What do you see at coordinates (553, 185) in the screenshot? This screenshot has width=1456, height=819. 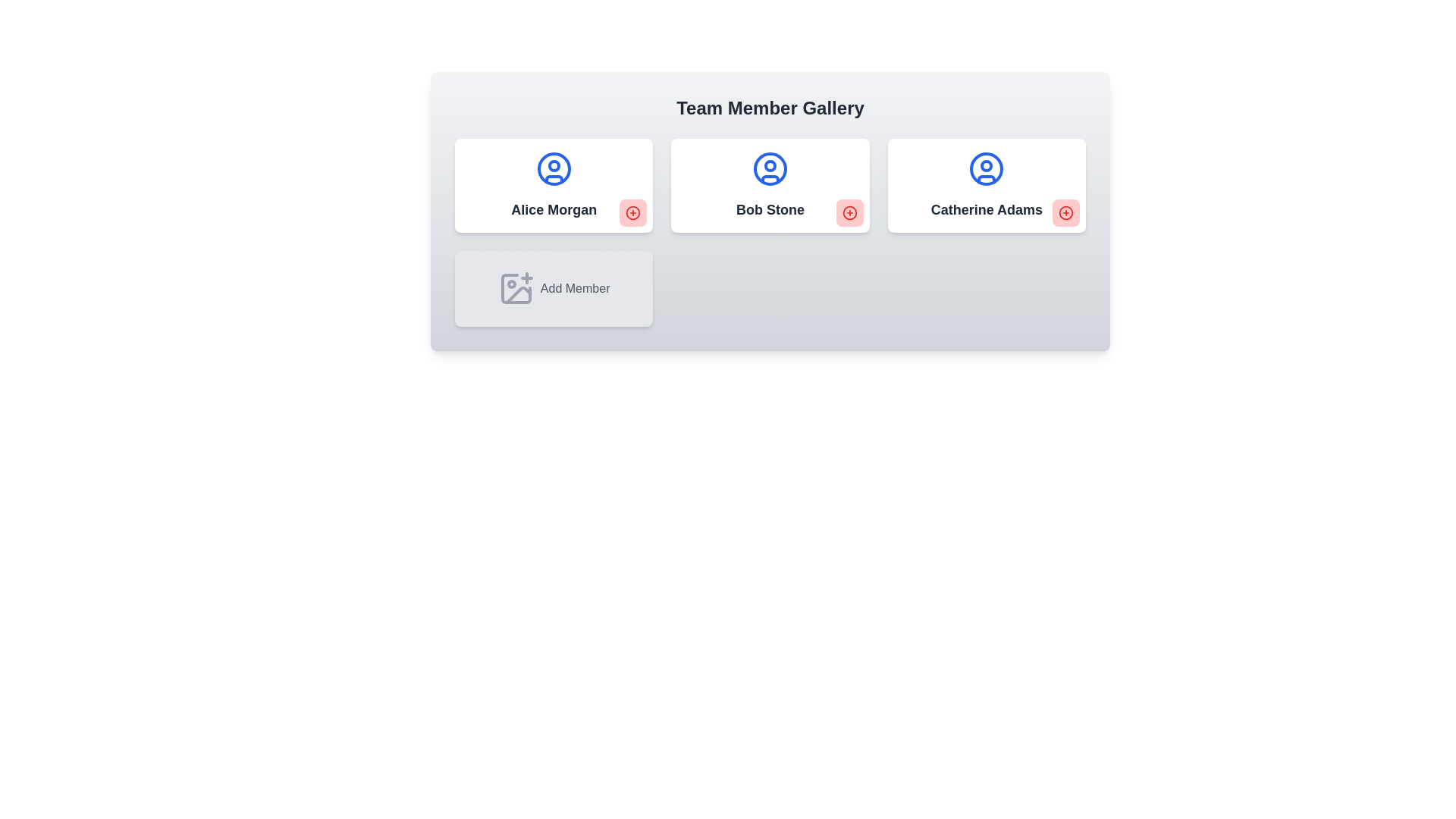 I see `the presentation card featuring a blue user icon and the name 'Alice Morgan' below it, located at the top-left corner of the grid layout` at bounding box center [553, 185].